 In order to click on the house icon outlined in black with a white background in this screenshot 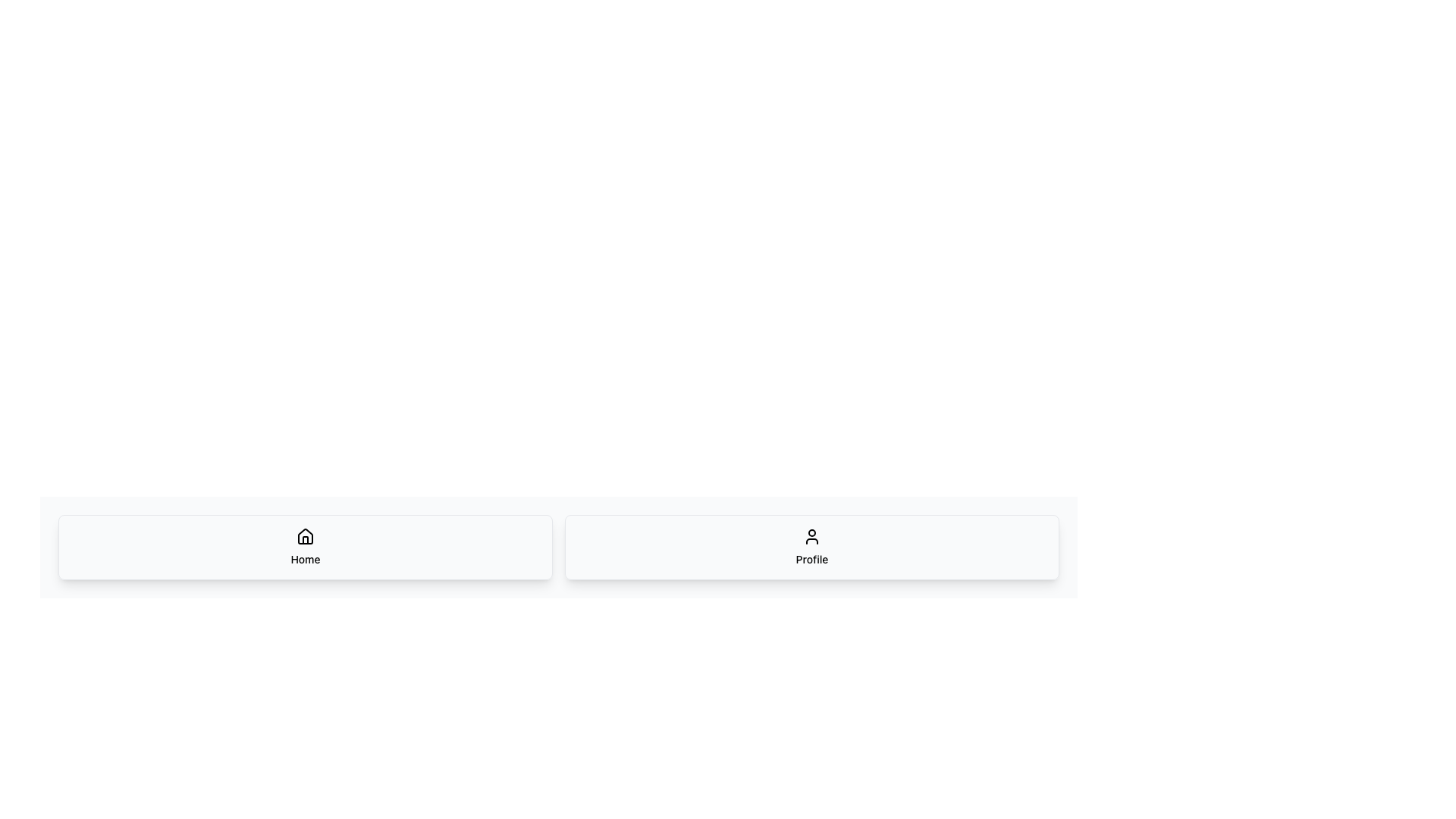, I will do `click(305, 536)`.